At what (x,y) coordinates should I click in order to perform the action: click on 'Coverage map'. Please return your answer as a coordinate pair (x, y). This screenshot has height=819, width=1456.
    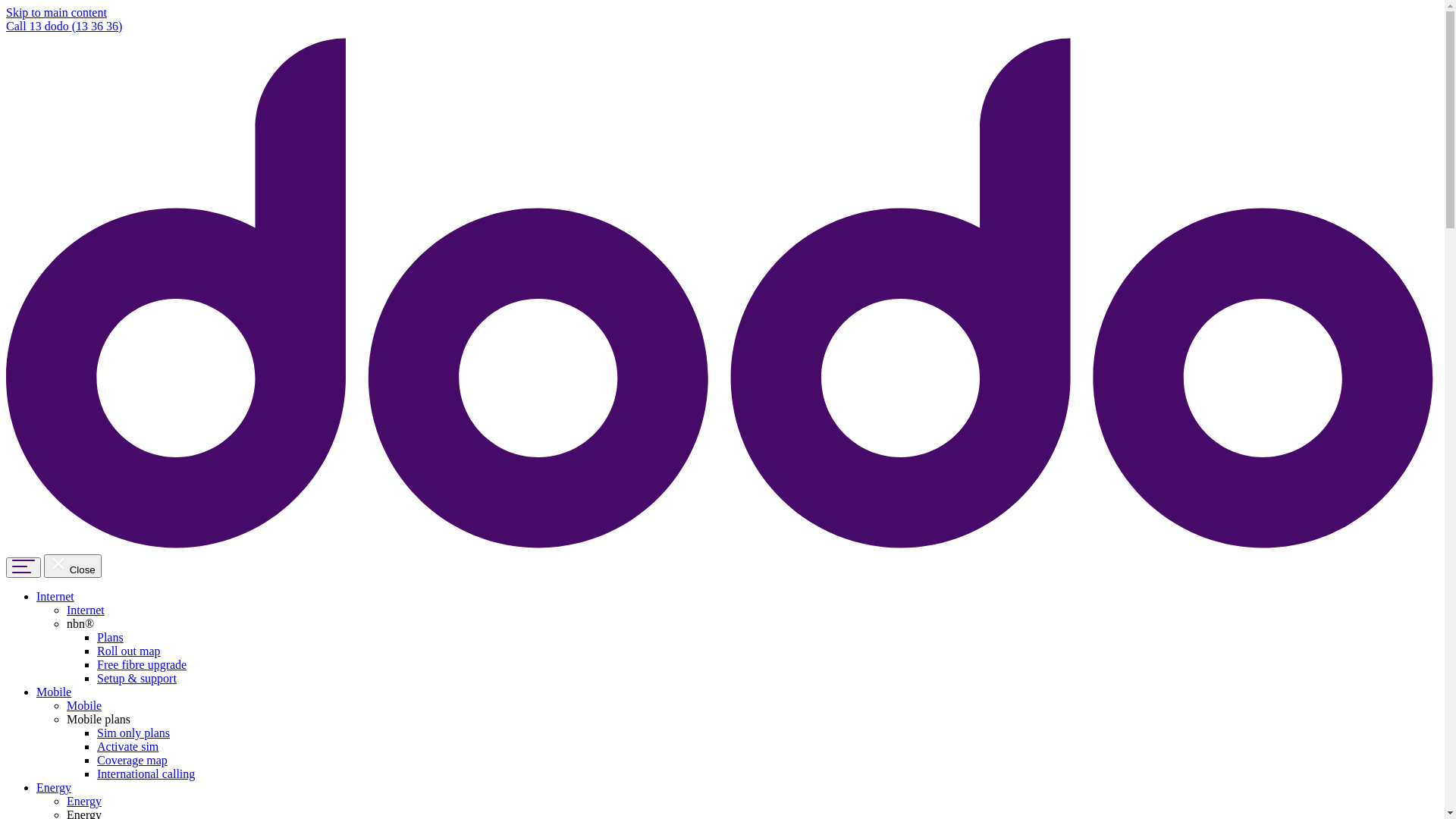
    Looking at the image, I should click on (132, 760).